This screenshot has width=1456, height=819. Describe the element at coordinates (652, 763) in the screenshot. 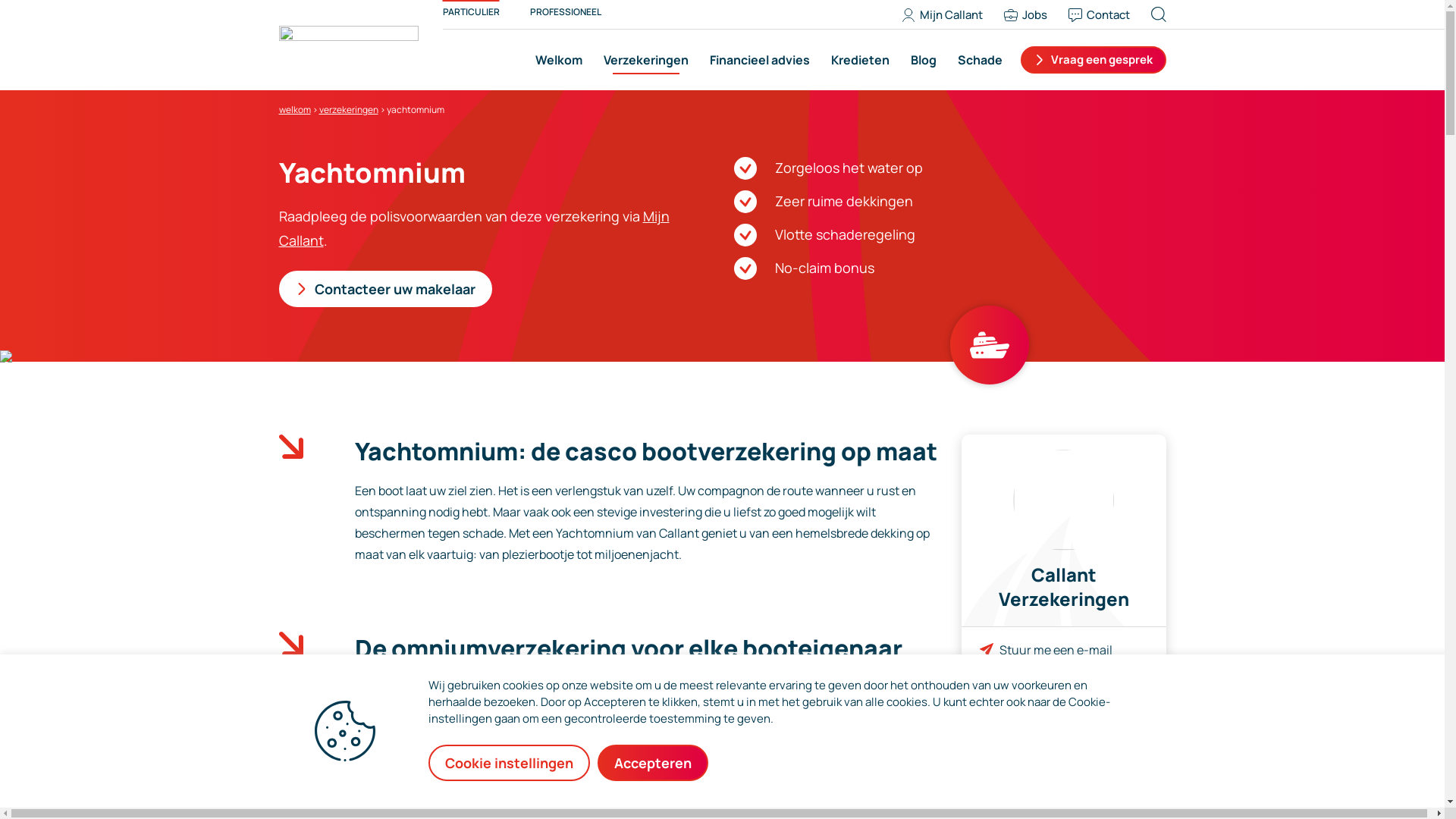

I see `'Accepteren'` at that location.